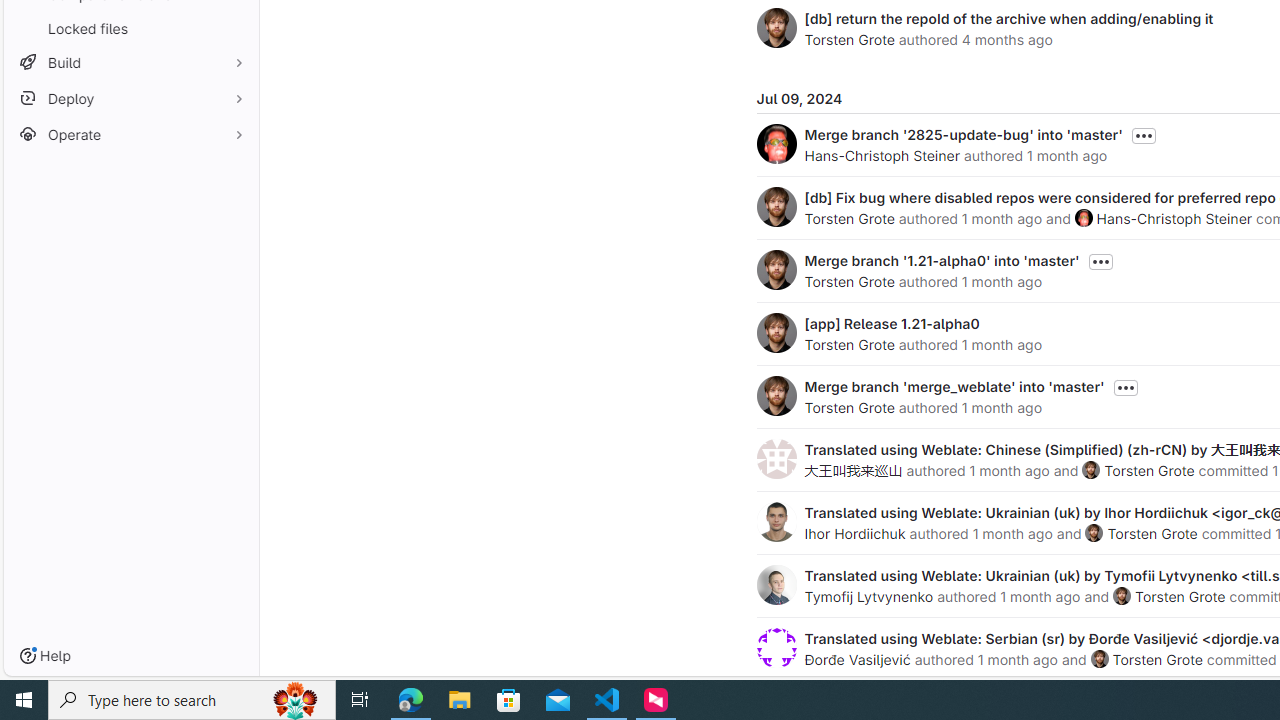 Image resolution: width=1280 pixels, height=720 pixels. Describe the element at coordinates (963, 134) in the screenshot. I see `'Merge branch '` at that location.